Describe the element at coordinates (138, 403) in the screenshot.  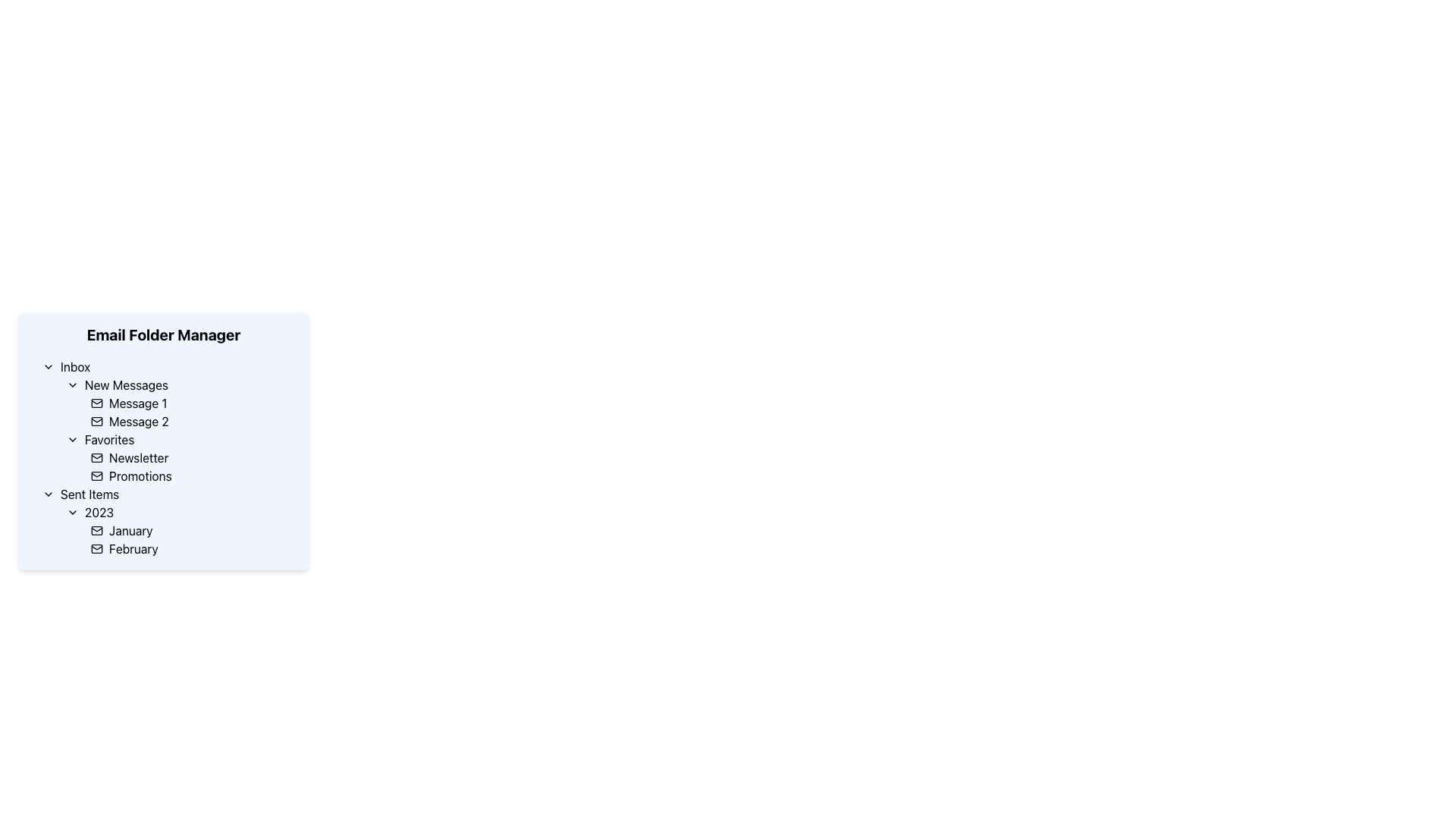
I see `the Text Label for 'Message 1'` at that location.